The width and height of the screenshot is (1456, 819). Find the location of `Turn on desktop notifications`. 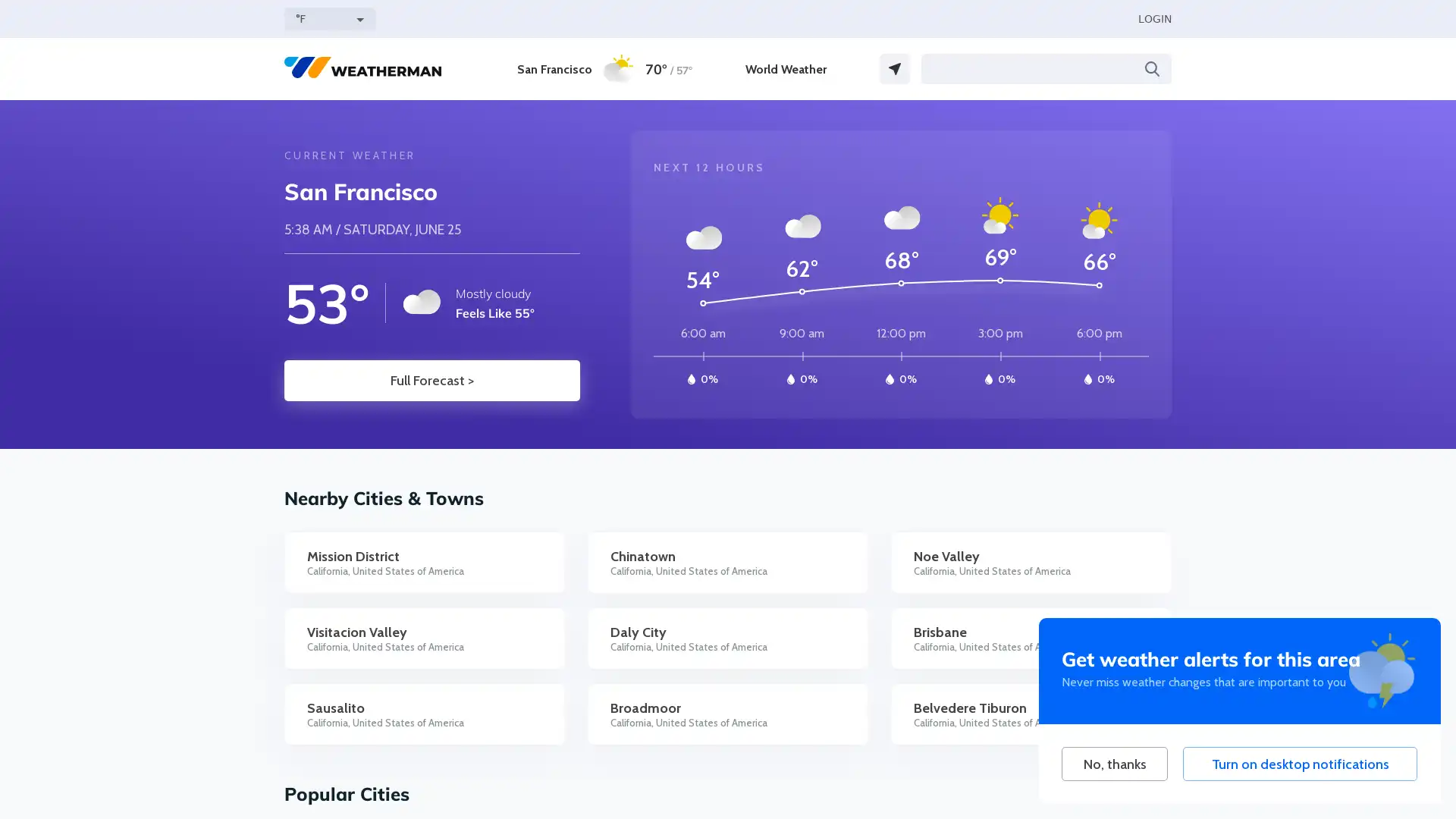

Turn on desktop notifications is located at coordinates (1299, 764).